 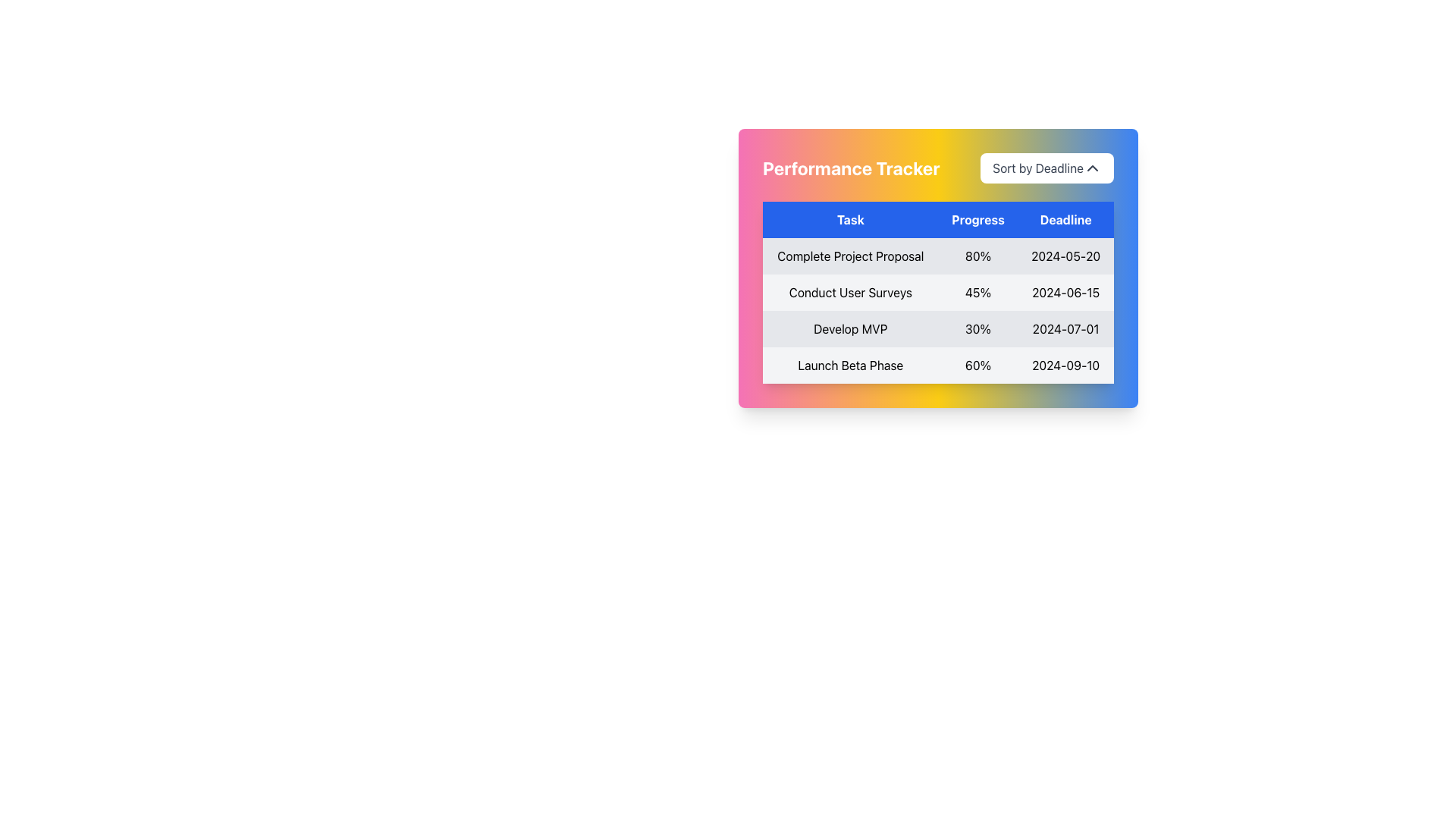 I want to click on the 'Progress' text label, which is part of the header row in a data table, displaying bold white text on a blue background, so click(x=978, y=219).